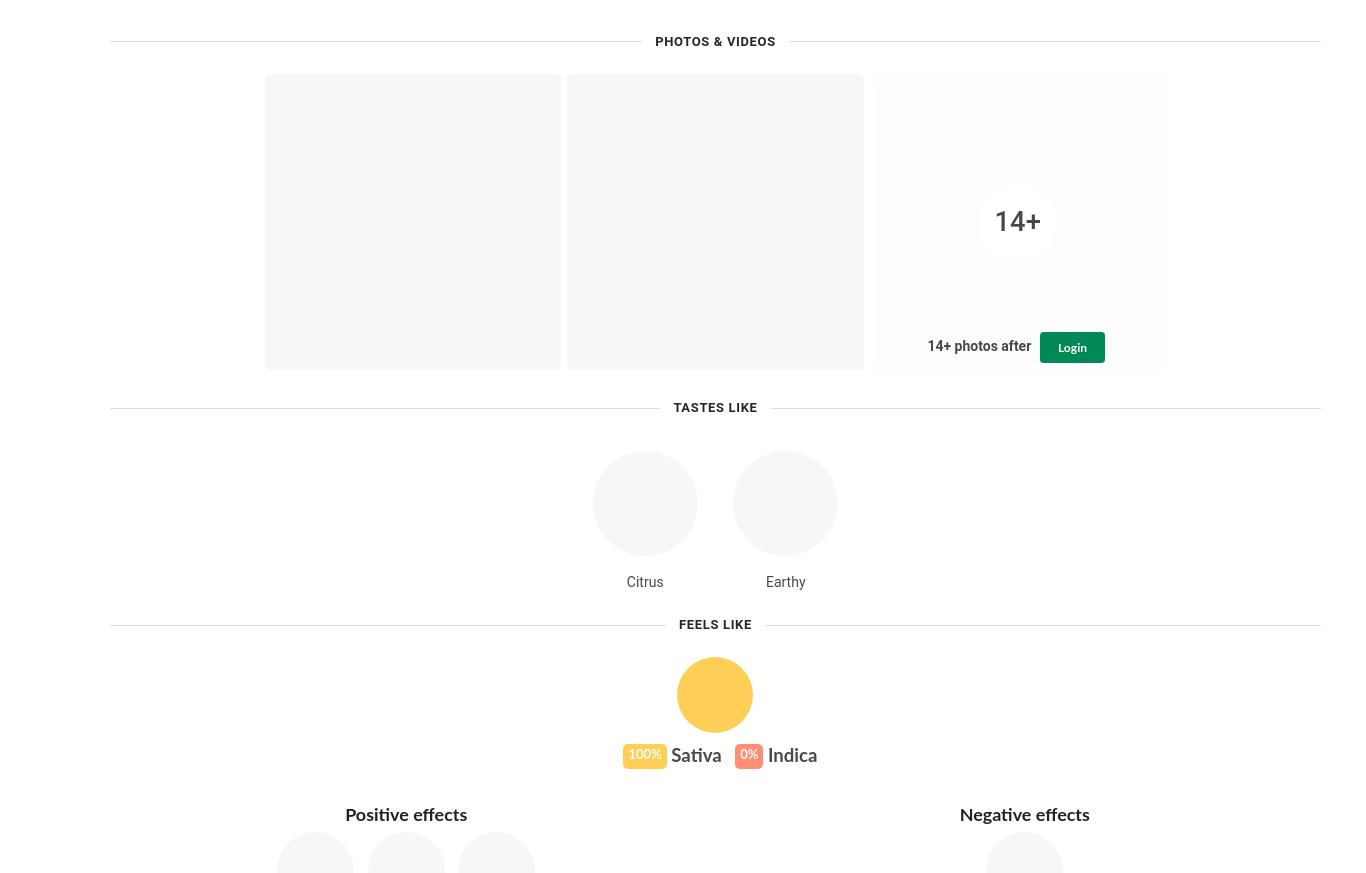 The width and height of the screenshot is (1366, 873). Describe the element at coordinates (926, 345) in the screenshot. I see `'14+ photos after'` at that location.